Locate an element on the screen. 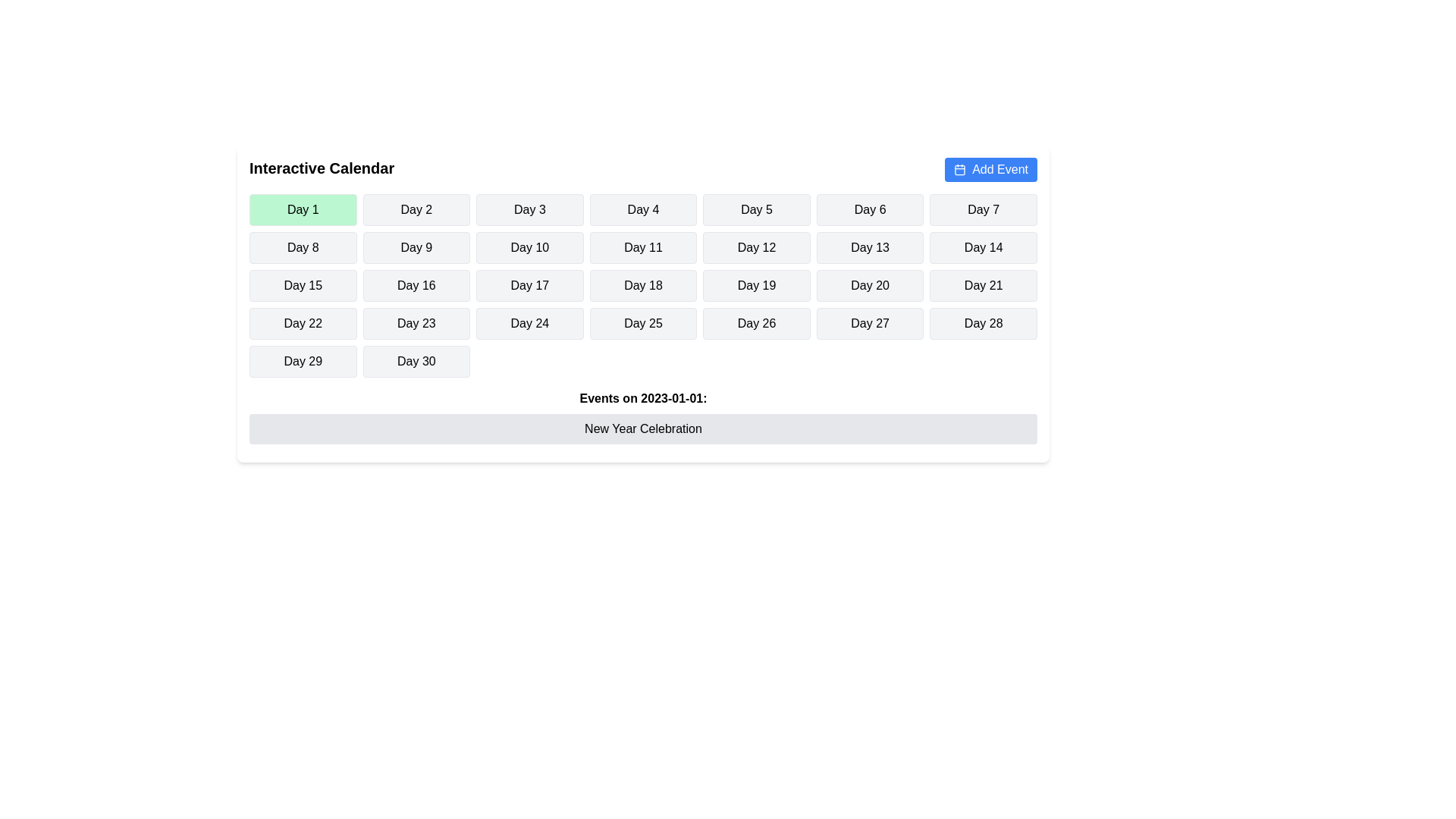 This screenshot has width=1456, height=819. the button representing the 21st day in the interactive calendar is located at coordinates (984, 286).